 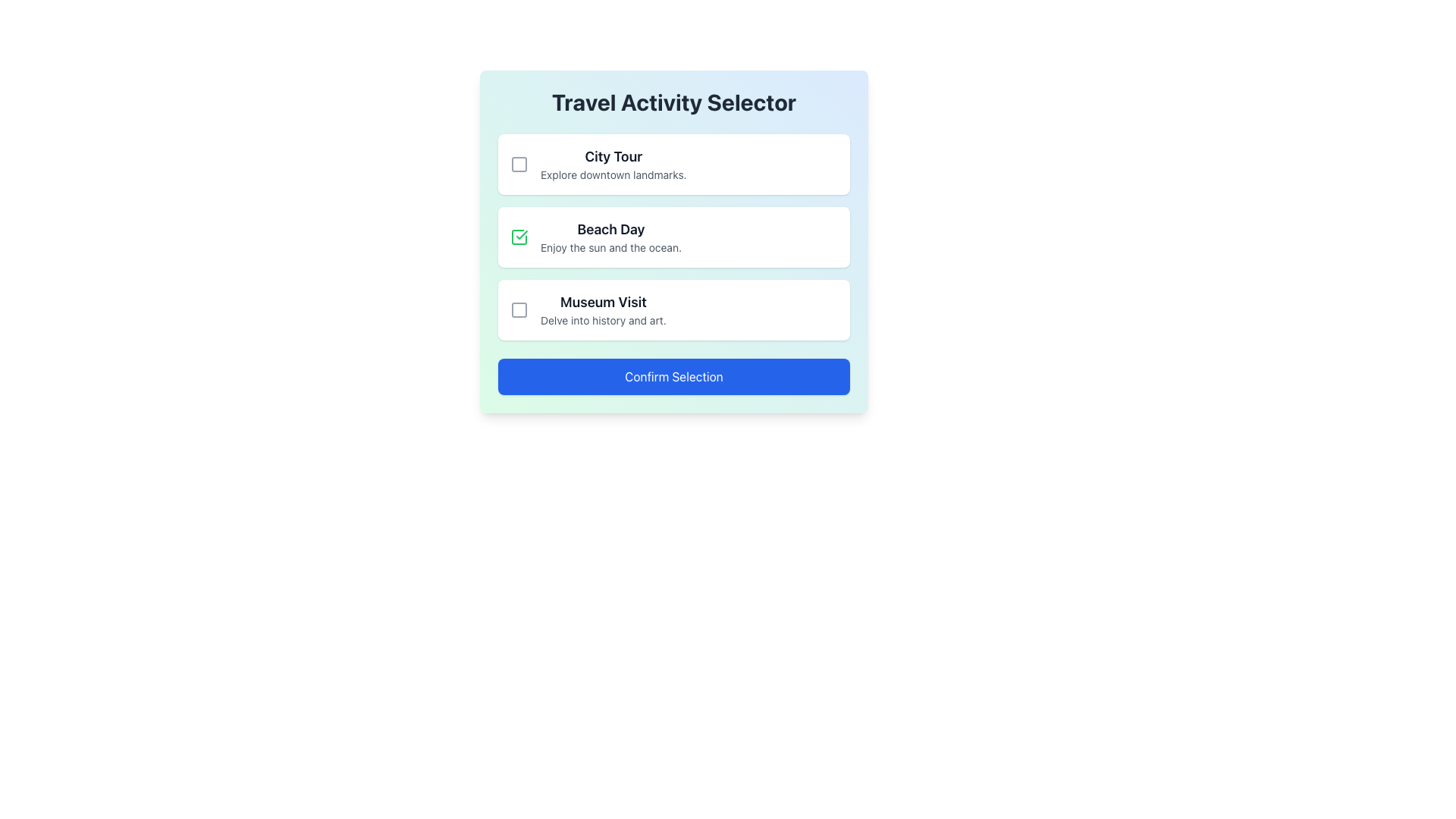 What do you see at coordinates (673, 376) in the screenshot?
I see `the confirmation button located at the bottom of the travel activities selection card` at bounding box center [673, 376].